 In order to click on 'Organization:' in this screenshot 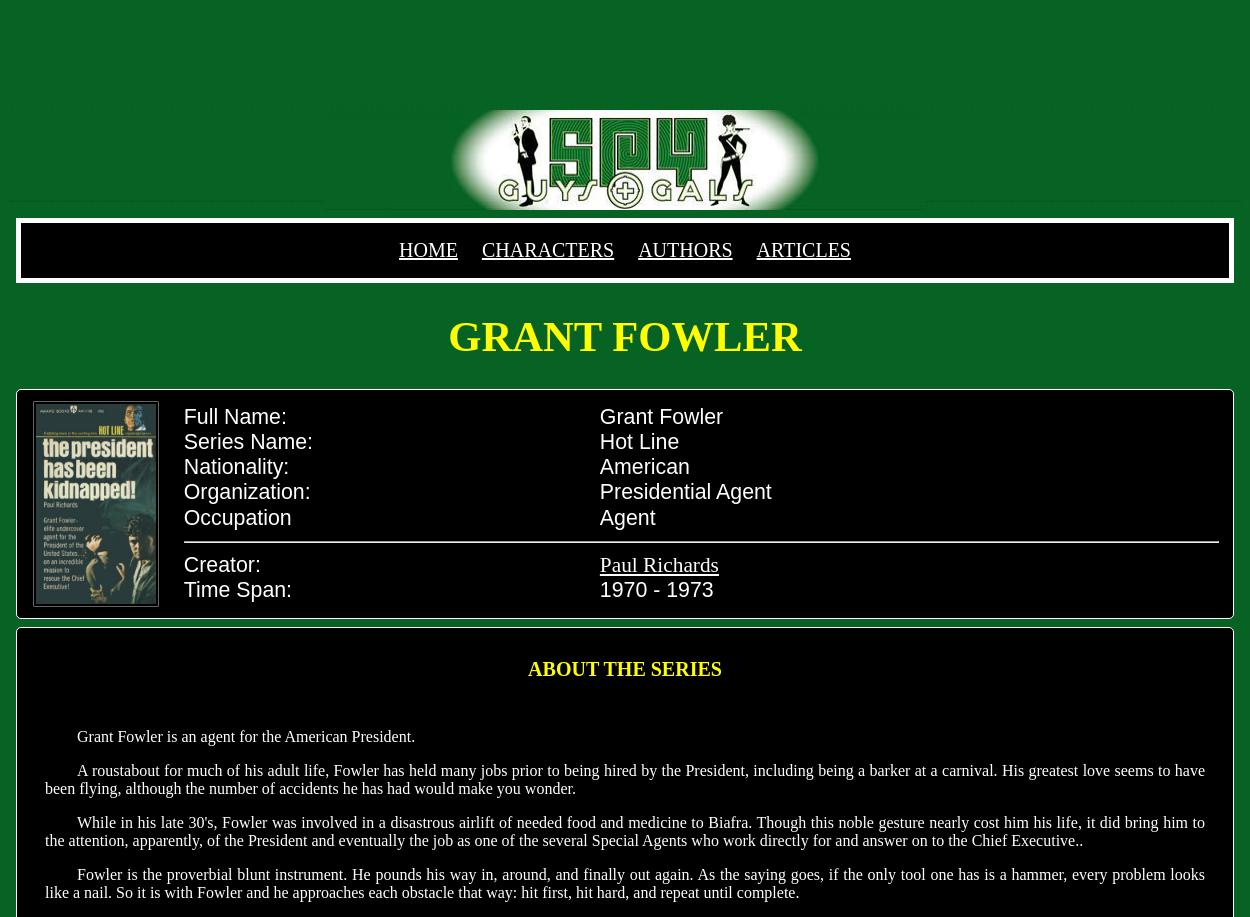, I will do `click(245, 490)`.